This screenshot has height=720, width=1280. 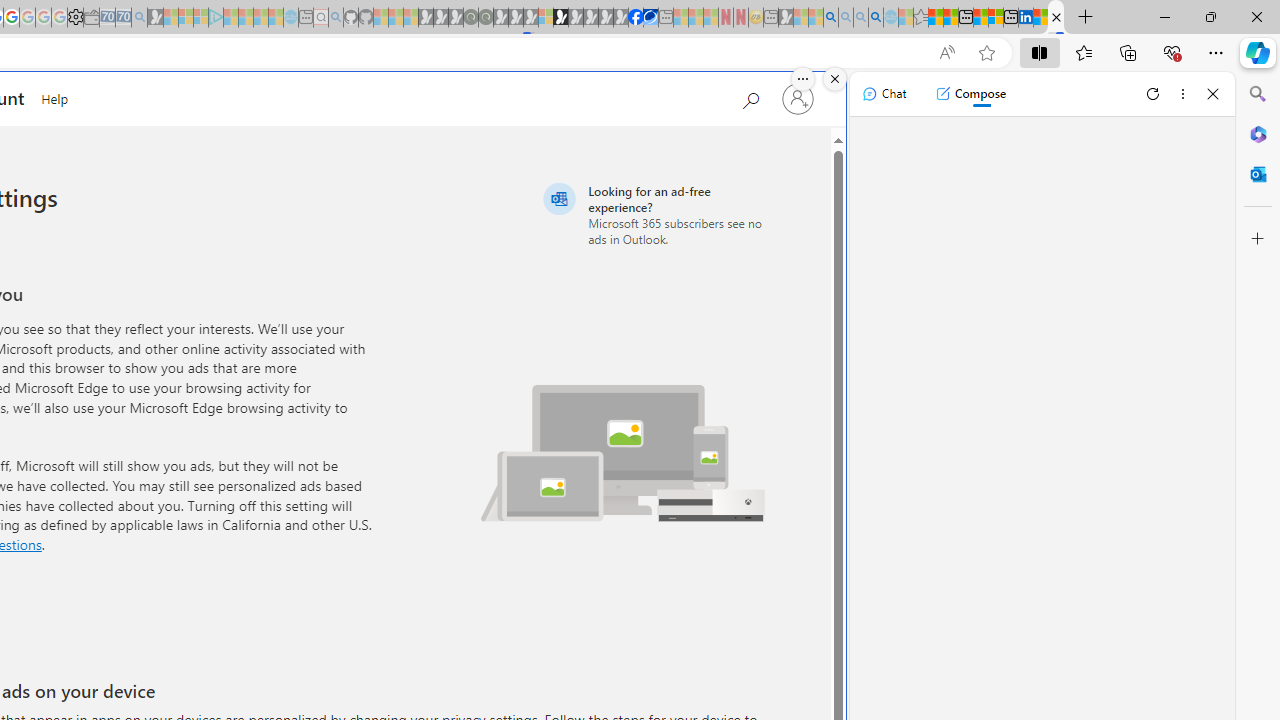 I want to click on 'github - Search - Sleeping', so click(x=336, y=17).